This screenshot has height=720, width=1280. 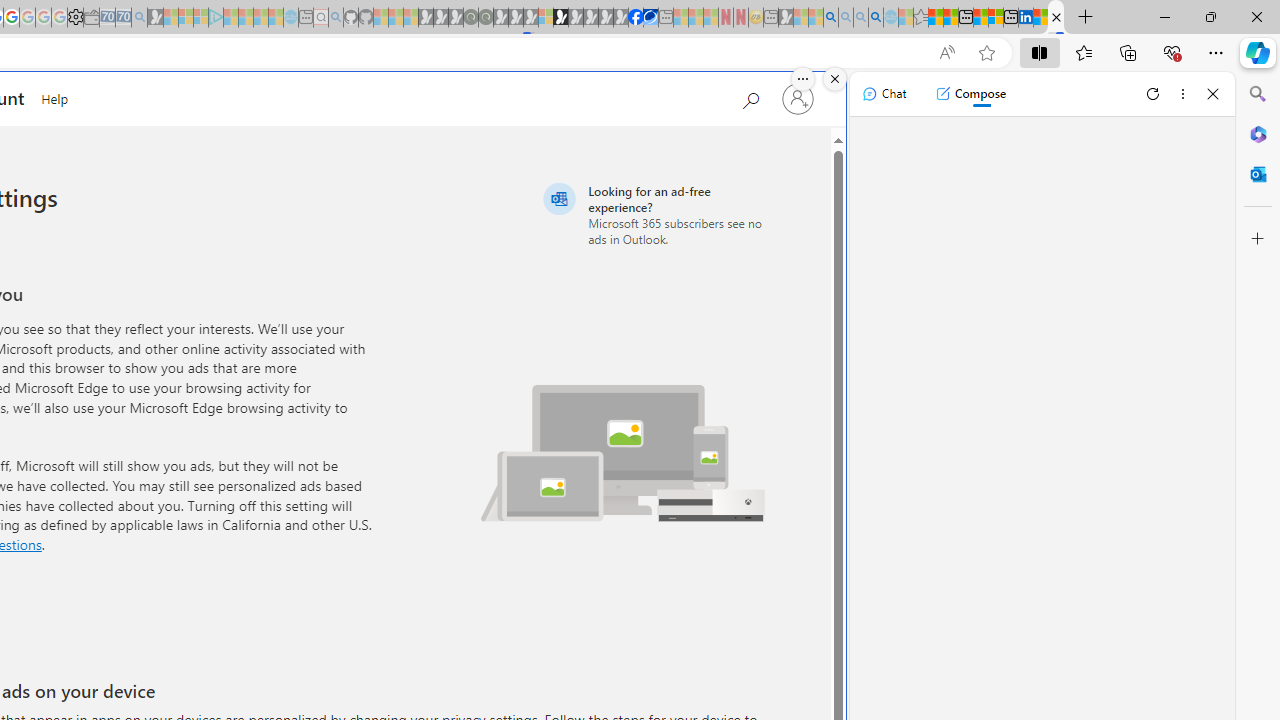 I want to click on 'github - Search - Sleeping', so click(x=336, y=17).